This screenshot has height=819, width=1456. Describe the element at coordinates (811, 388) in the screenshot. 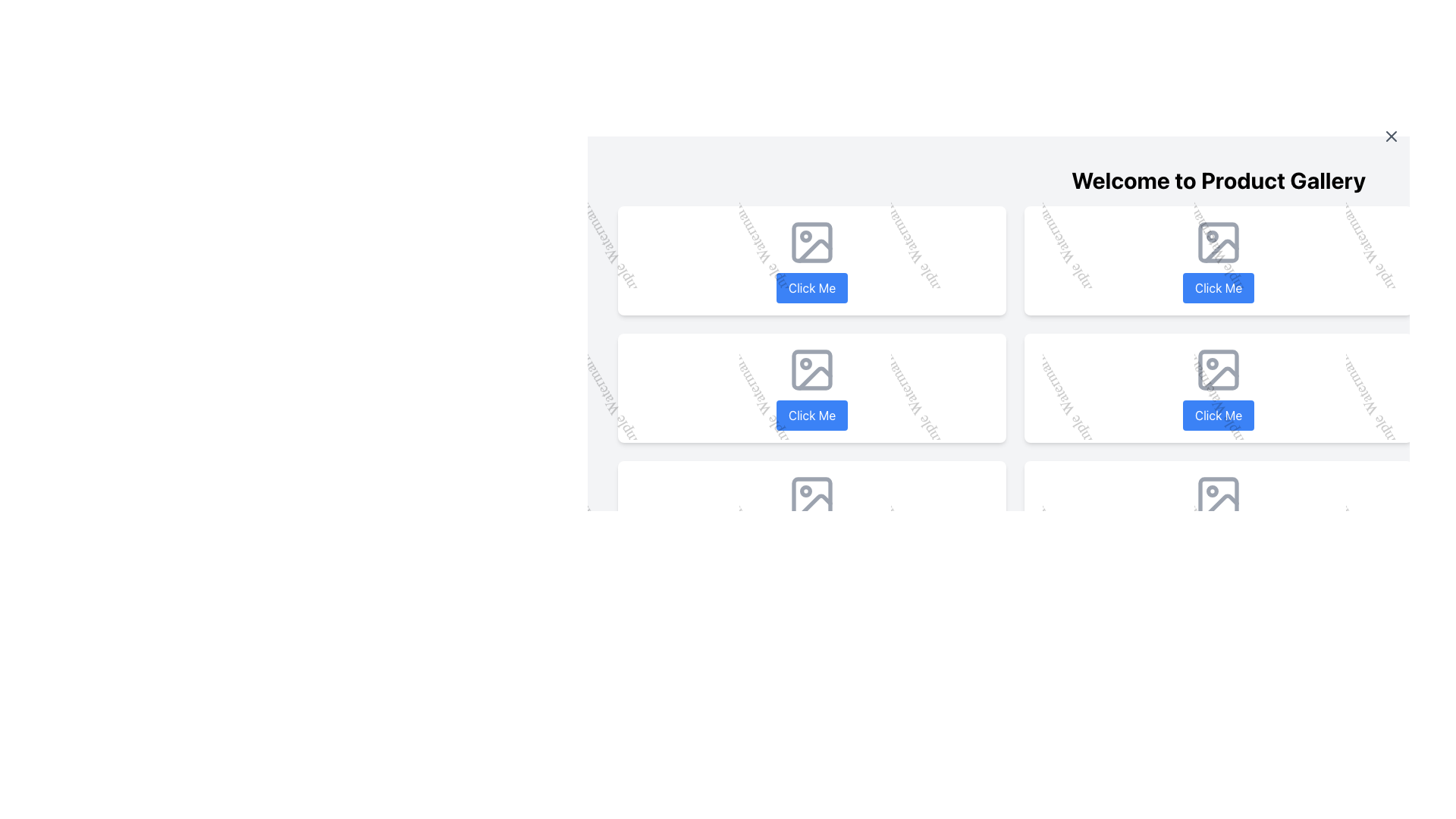

I see `the blue, rounded button labeled 'Click Me' located on the fourth card in the grid layout, which is positioned in the second row and first column` at that location.